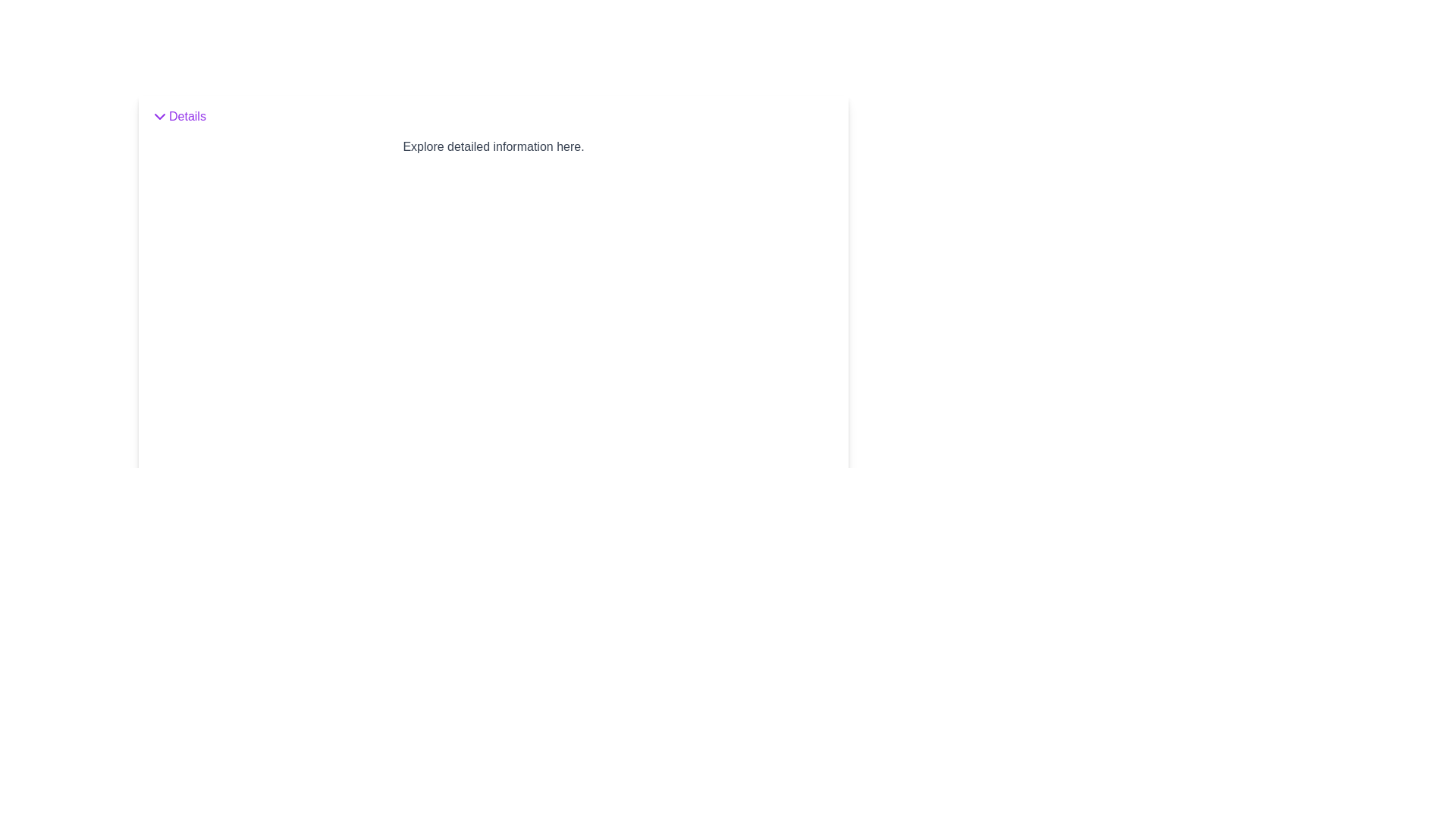  I want to click on the button with a purple arrow icon pointing downward and the text 'Details', so click(178, 116).